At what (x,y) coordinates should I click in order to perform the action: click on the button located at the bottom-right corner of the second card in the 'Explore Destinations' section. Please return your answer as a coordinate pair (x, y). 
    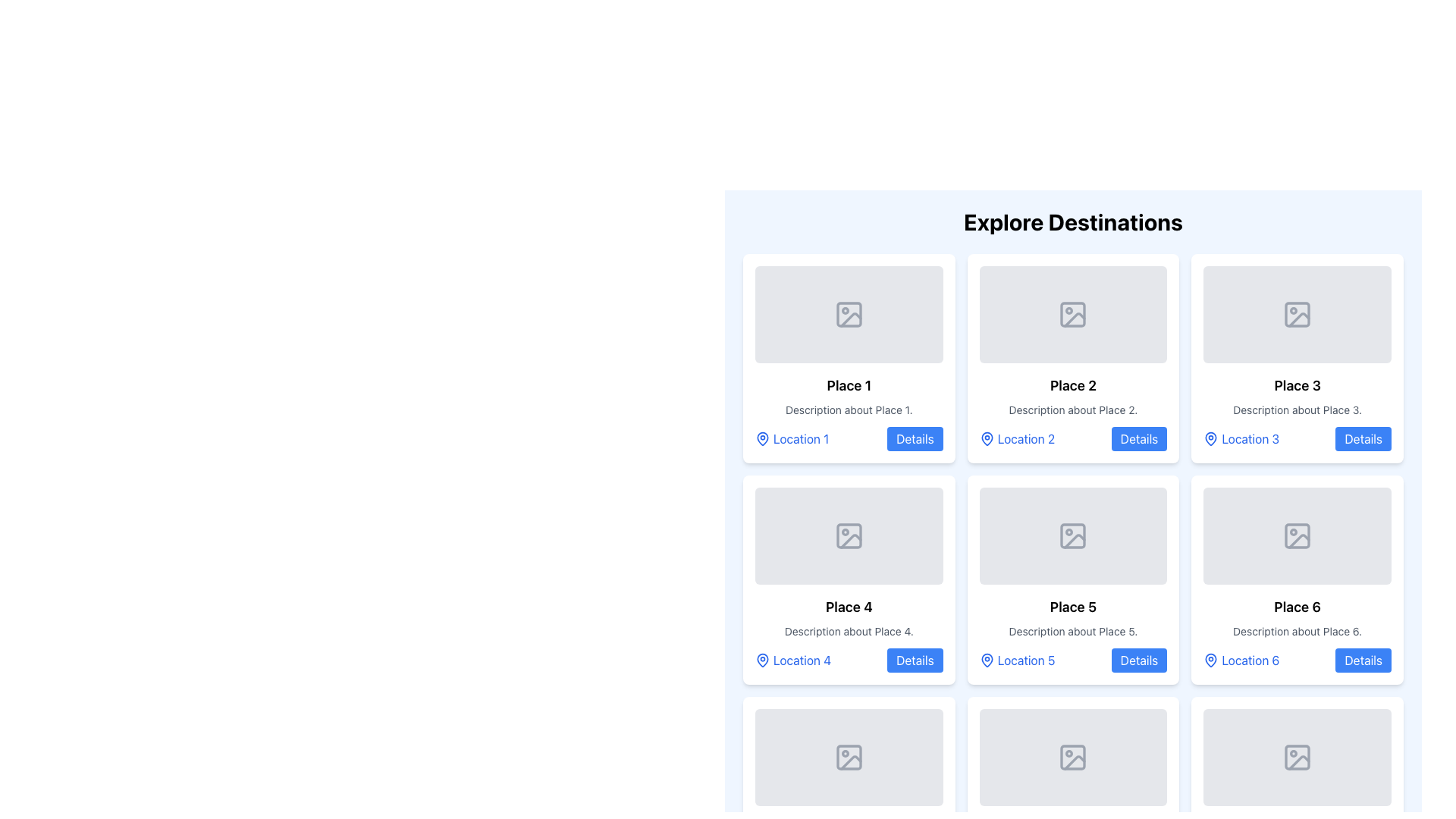
    Looking at the image, I should click on (1139, 438).